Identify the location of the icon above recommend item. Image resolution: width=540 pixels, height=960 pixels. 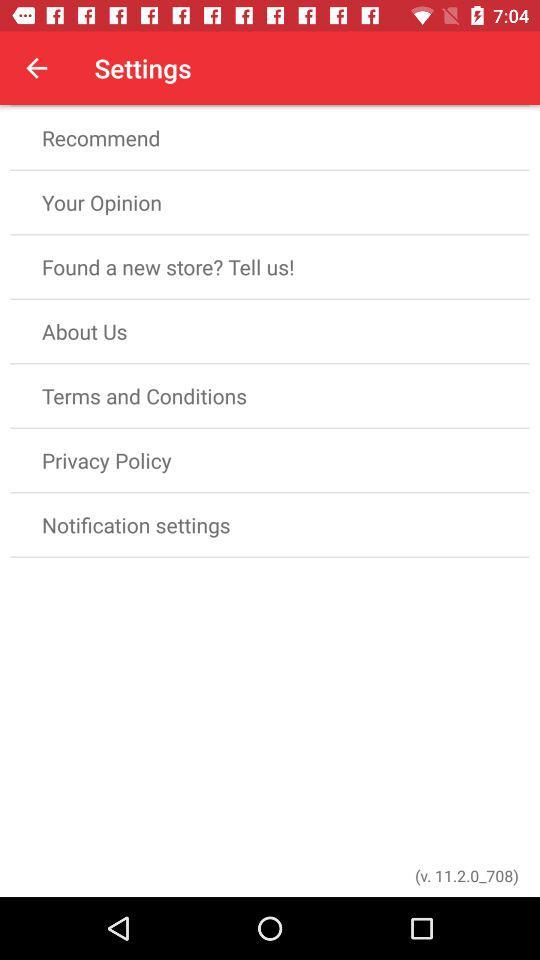
(36, 68).